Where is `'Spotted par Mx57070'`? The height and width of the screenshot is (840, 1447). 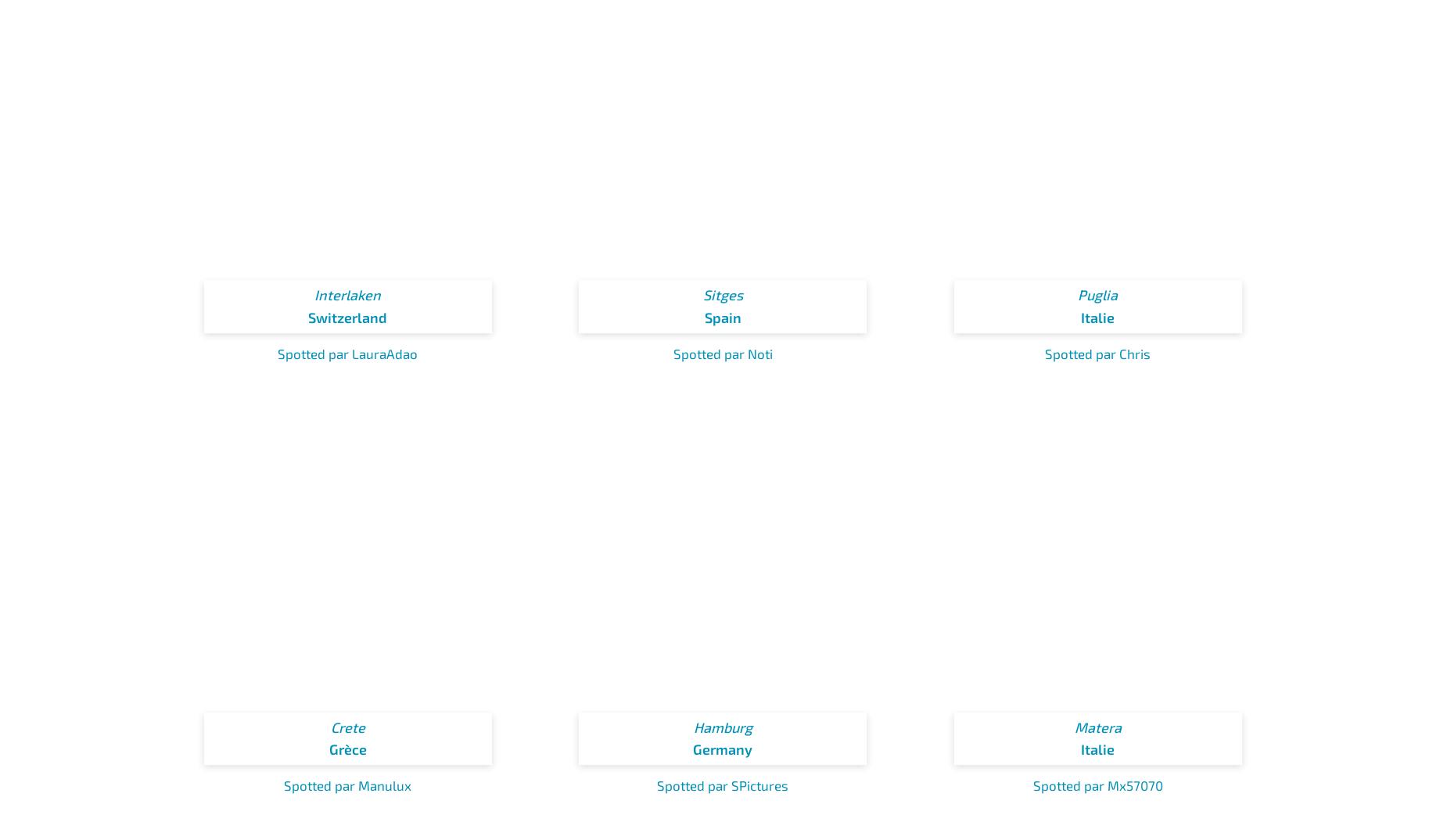 'Spotted par Mx57070' is located at coordinates (1097, 784).